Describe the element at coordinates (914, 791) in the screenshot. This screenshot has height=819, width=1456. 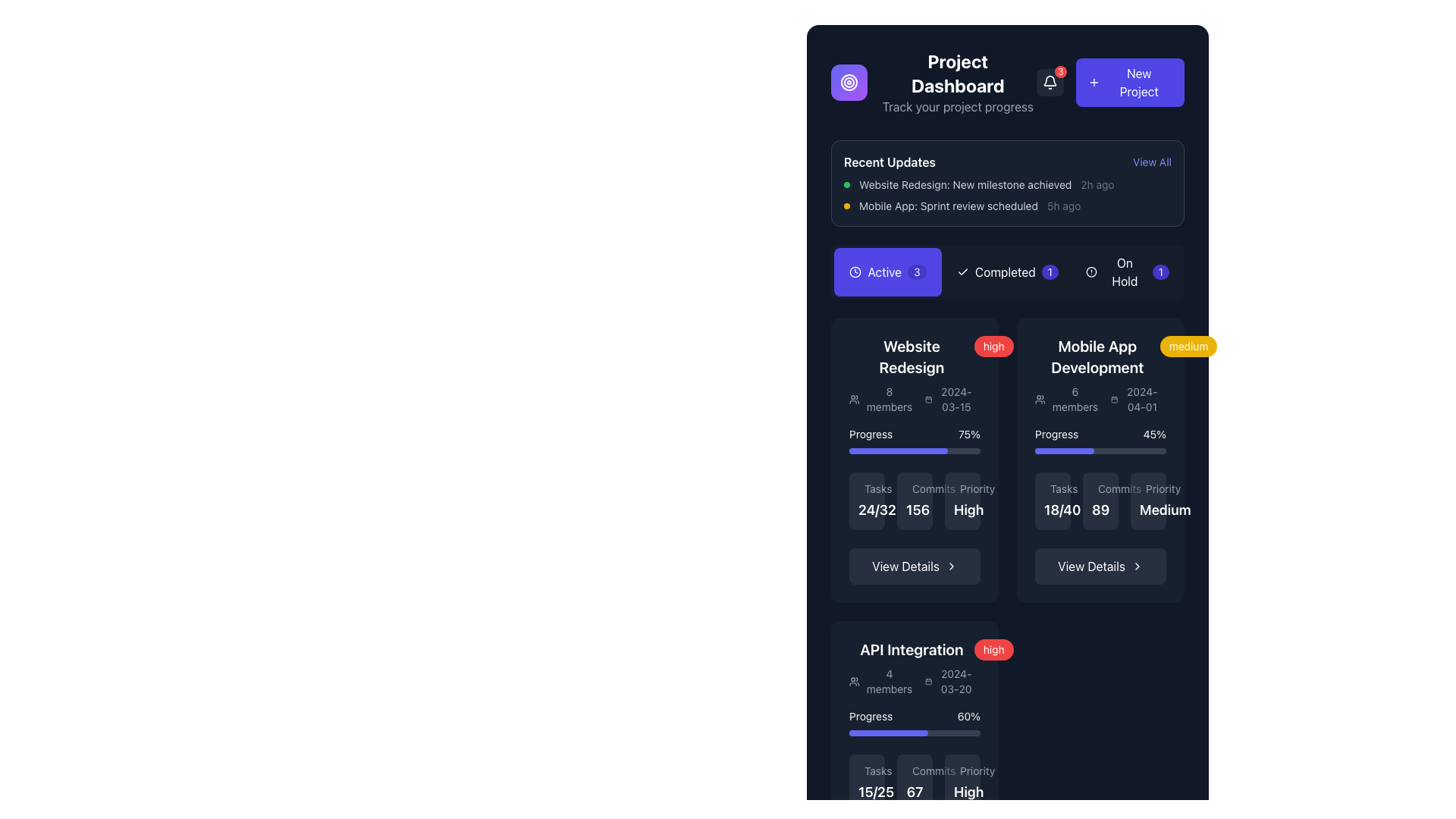
I see `the numeric text label displaying '67' in bold and large font, located under the 'Commits' label in the 'API Integration' section of the lower-left card` at that location.